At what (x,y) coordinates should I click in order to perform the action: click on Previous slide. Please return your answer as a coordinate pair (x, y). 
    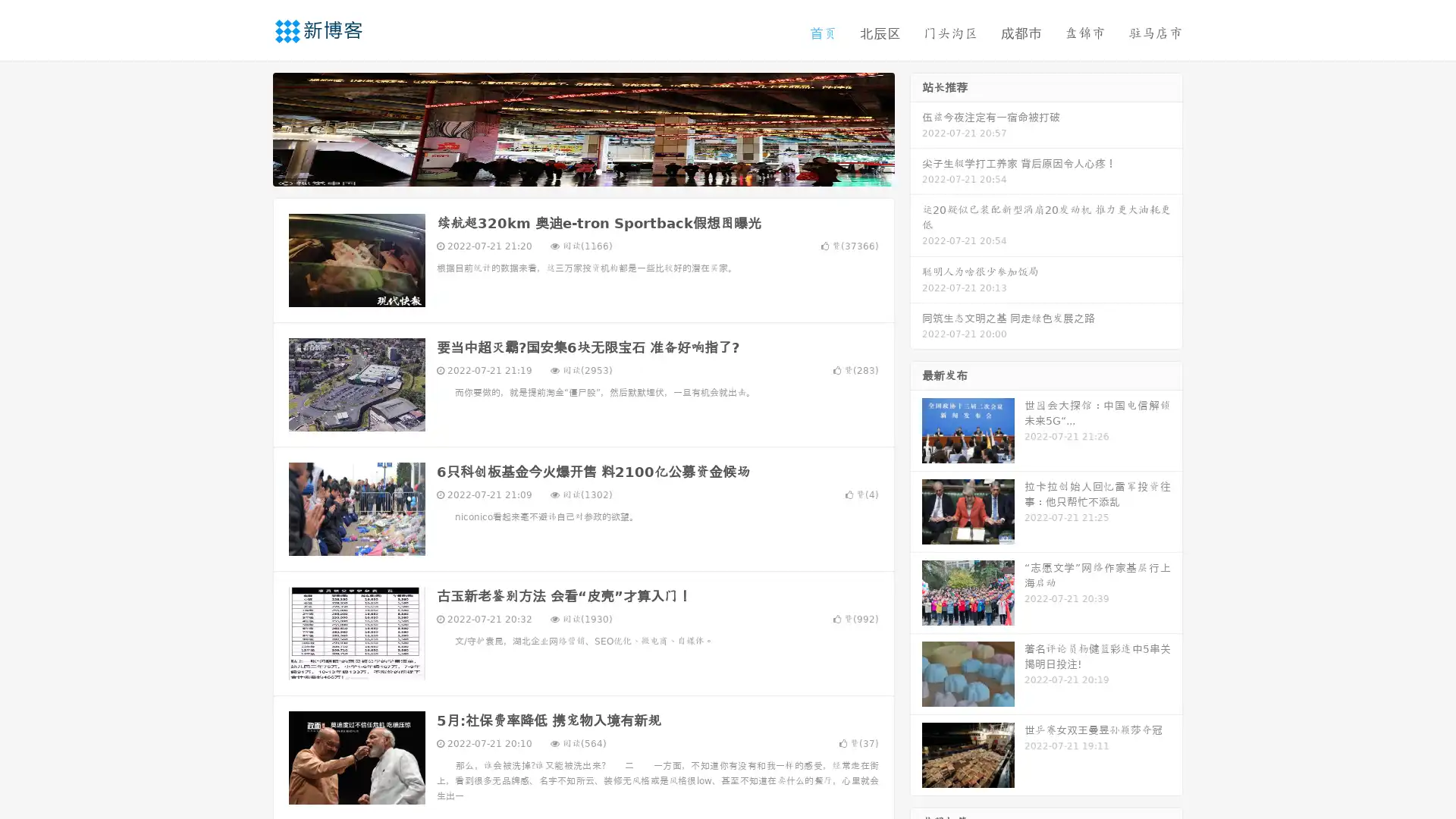
    Looking at the image, I should click on (250, 127).